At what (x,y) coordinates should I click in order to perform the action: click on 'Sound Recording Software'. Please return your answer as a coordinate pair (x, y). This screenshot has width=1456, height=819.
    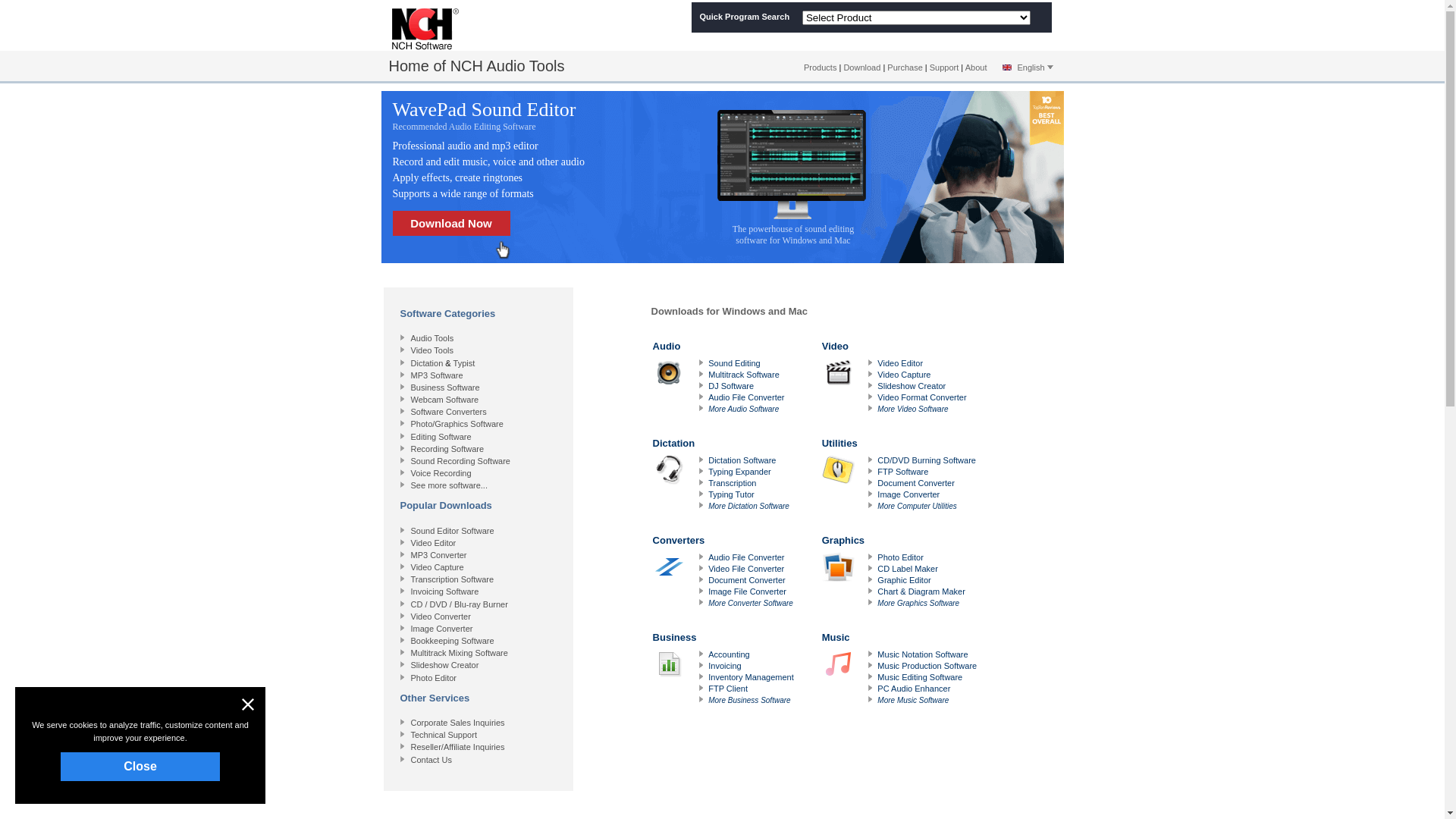
    Looking at the image, I should click on (460, 460).